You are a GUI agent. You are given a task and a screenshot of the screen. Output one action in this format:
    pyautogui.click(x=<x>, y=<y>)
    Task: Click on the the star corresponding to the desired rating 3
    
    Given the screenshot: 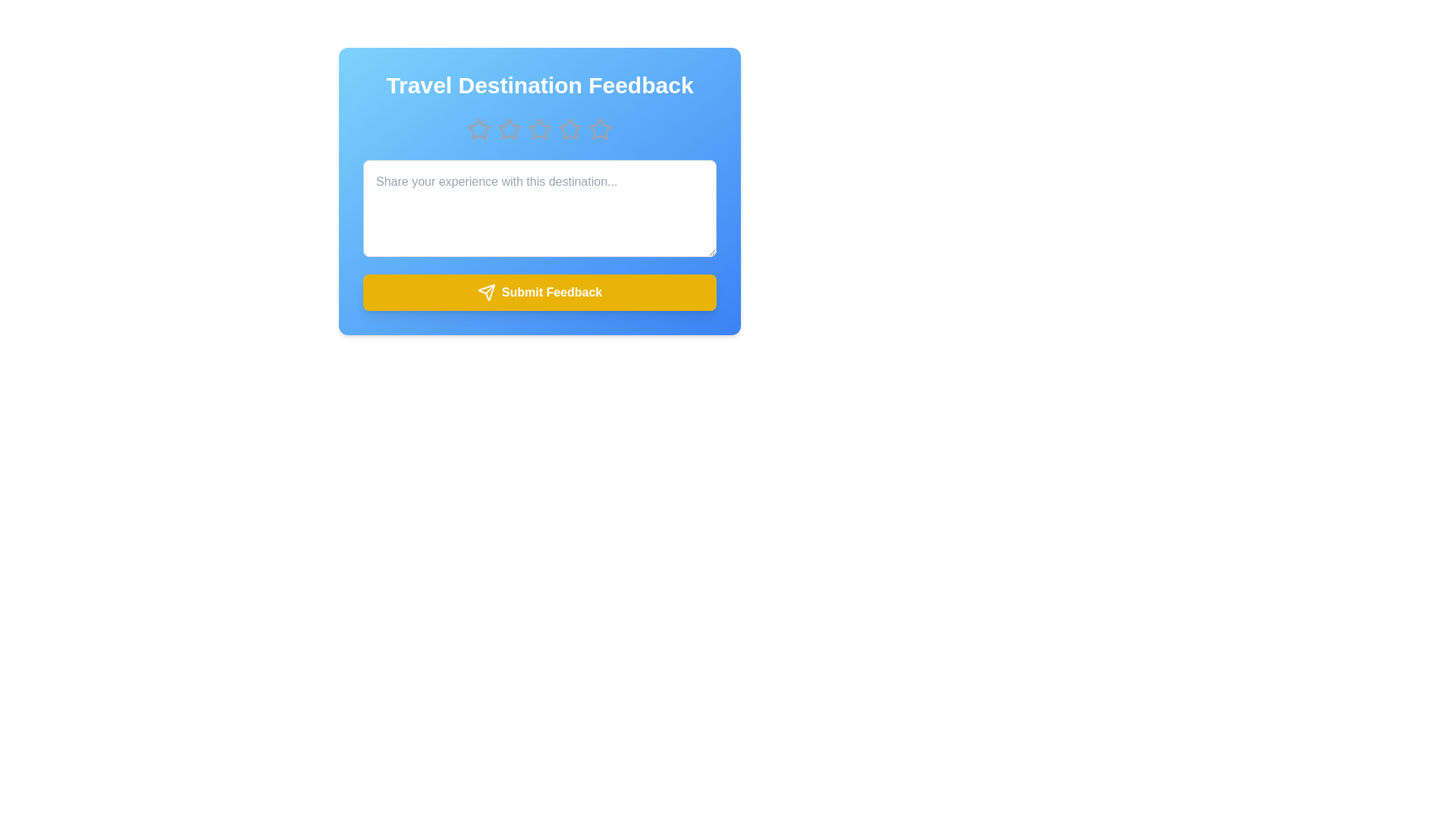 What is the action you would take?
    pyautogui.click(x=539, y=128)
    